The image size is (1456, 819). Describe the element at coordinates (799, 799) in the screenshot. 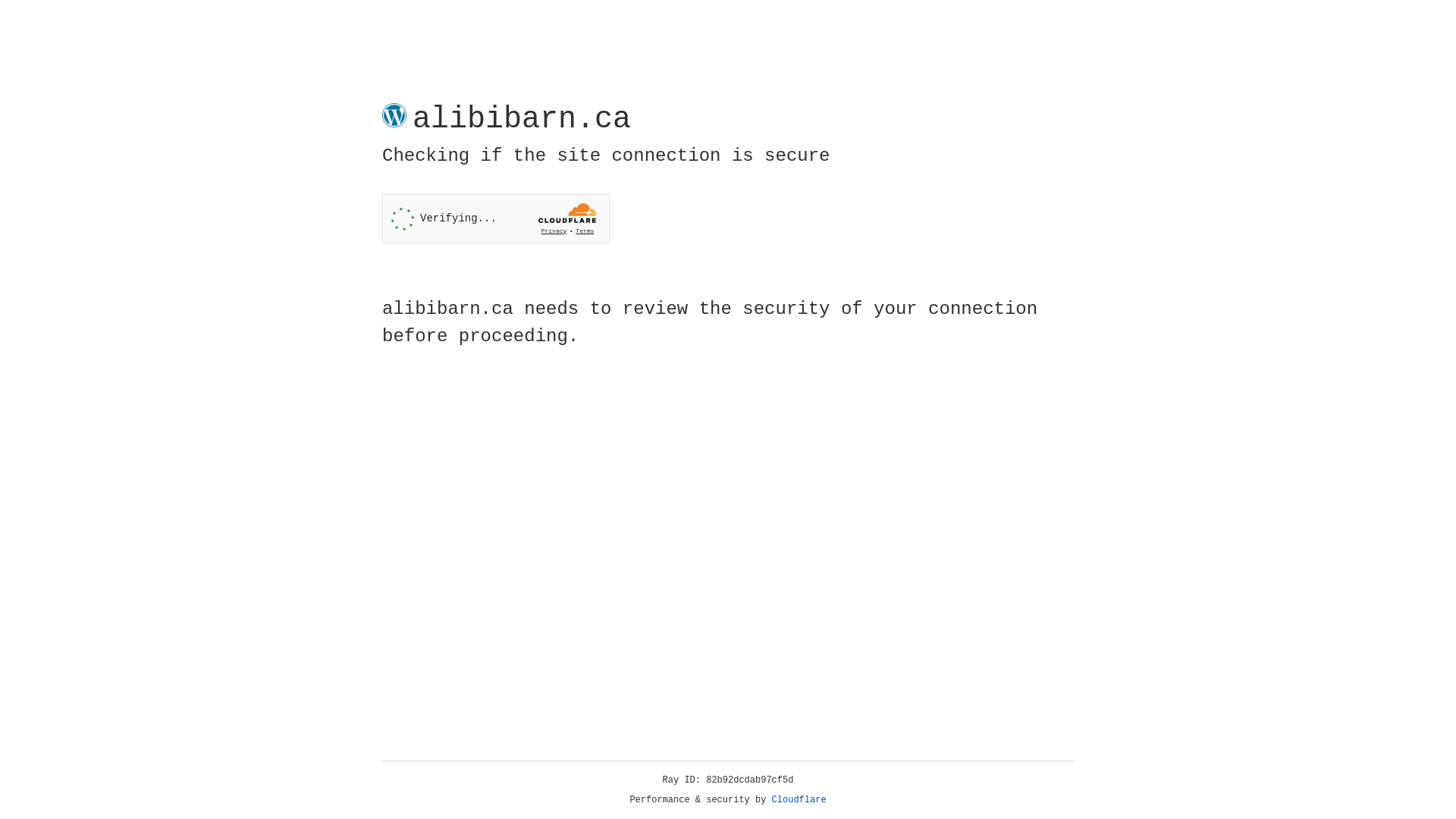

I see `'Cloudflare'` at that location.